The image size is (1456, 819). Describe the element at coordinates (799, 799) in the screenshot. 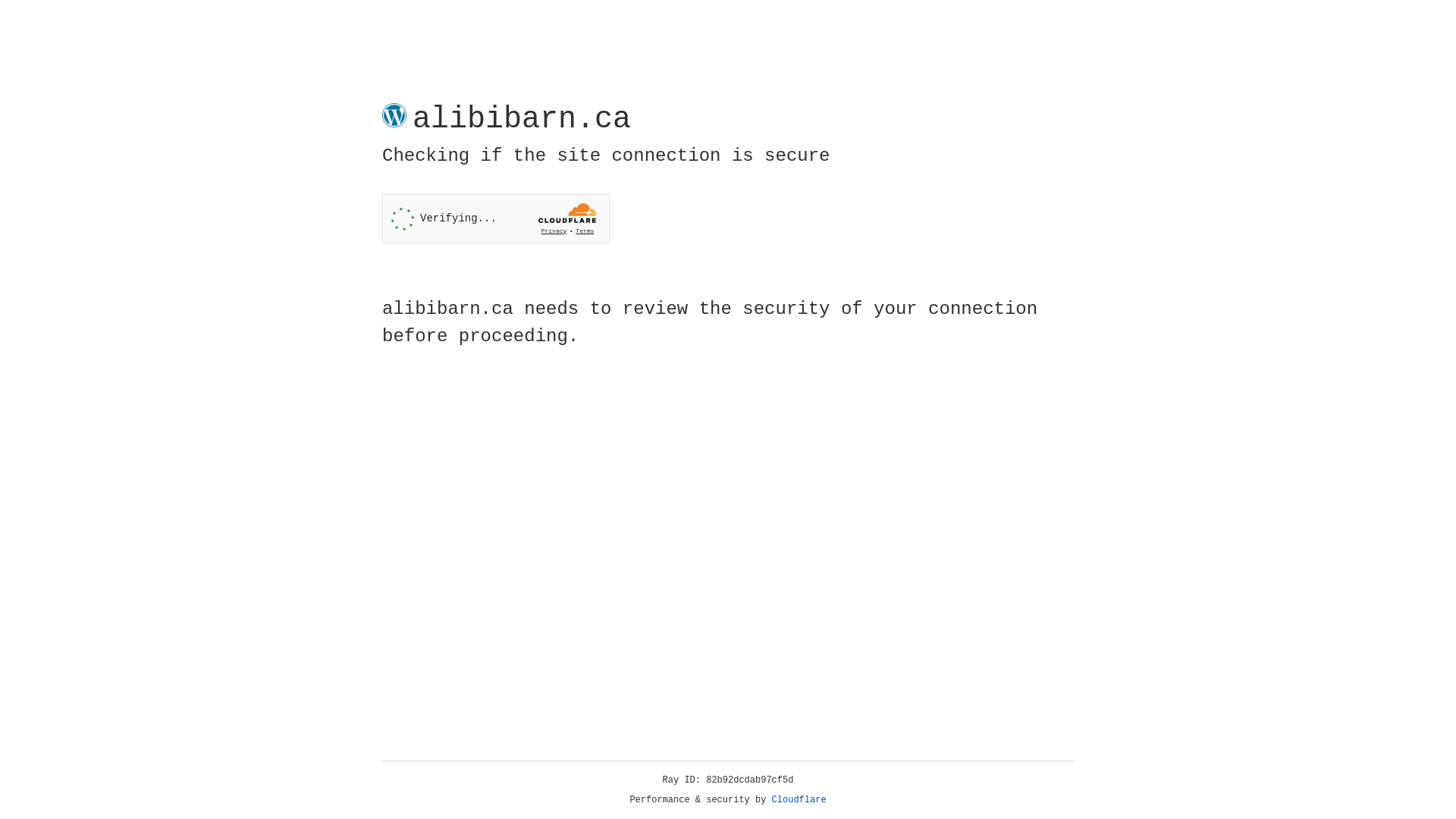

I see `'Cloudflare'` at that location.